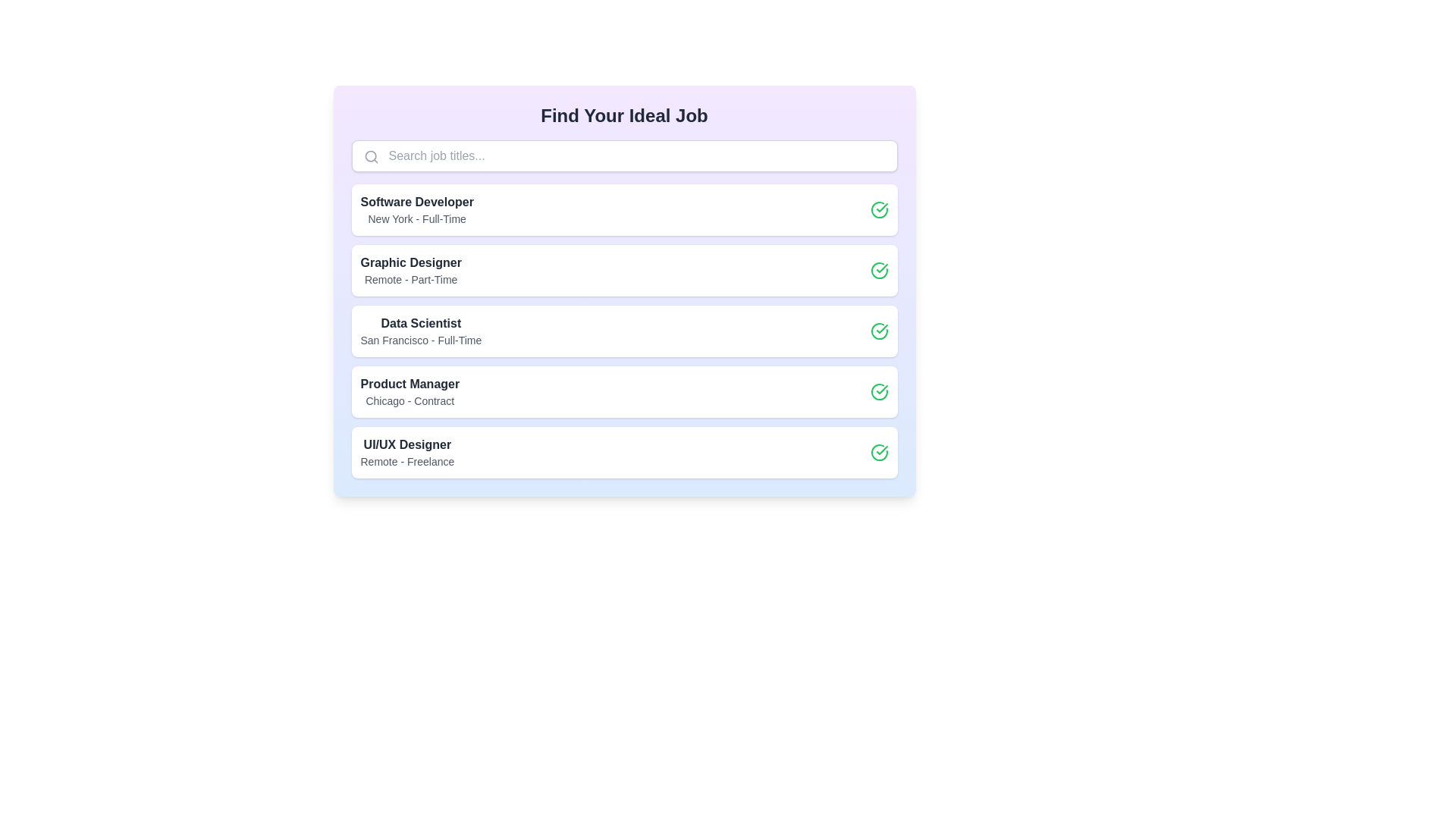 This screenshot has height=819, width=1456. What do you see at coordinates (879, 210) in the screenshot?
I see `the confirmation icon located to the far right of the first job title row, indicating action confirmation or status check` at bounding box center [879, 210].